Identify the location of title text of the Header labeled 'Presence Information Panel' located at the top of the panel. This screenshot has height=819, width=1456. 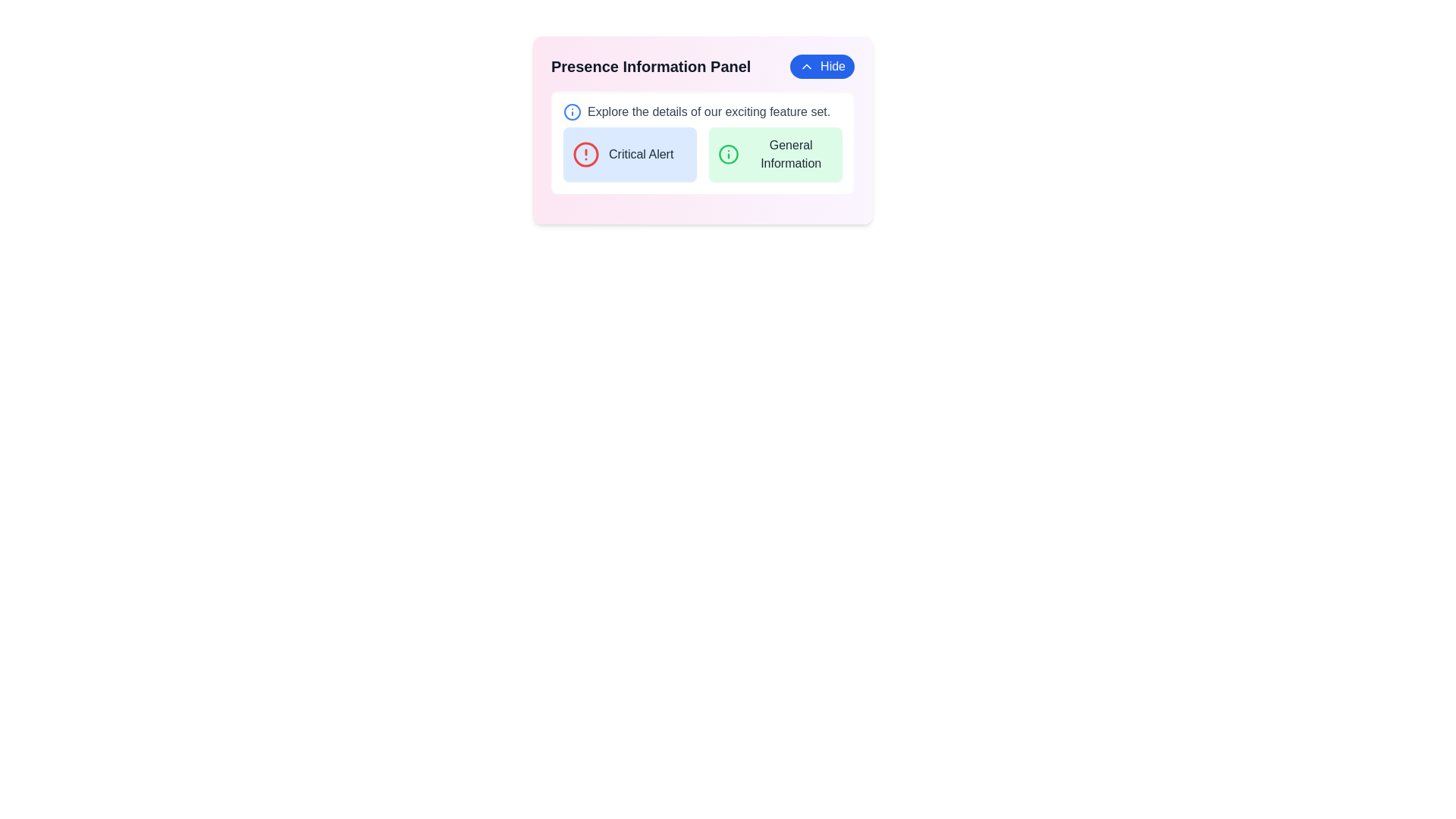
(701, 66).